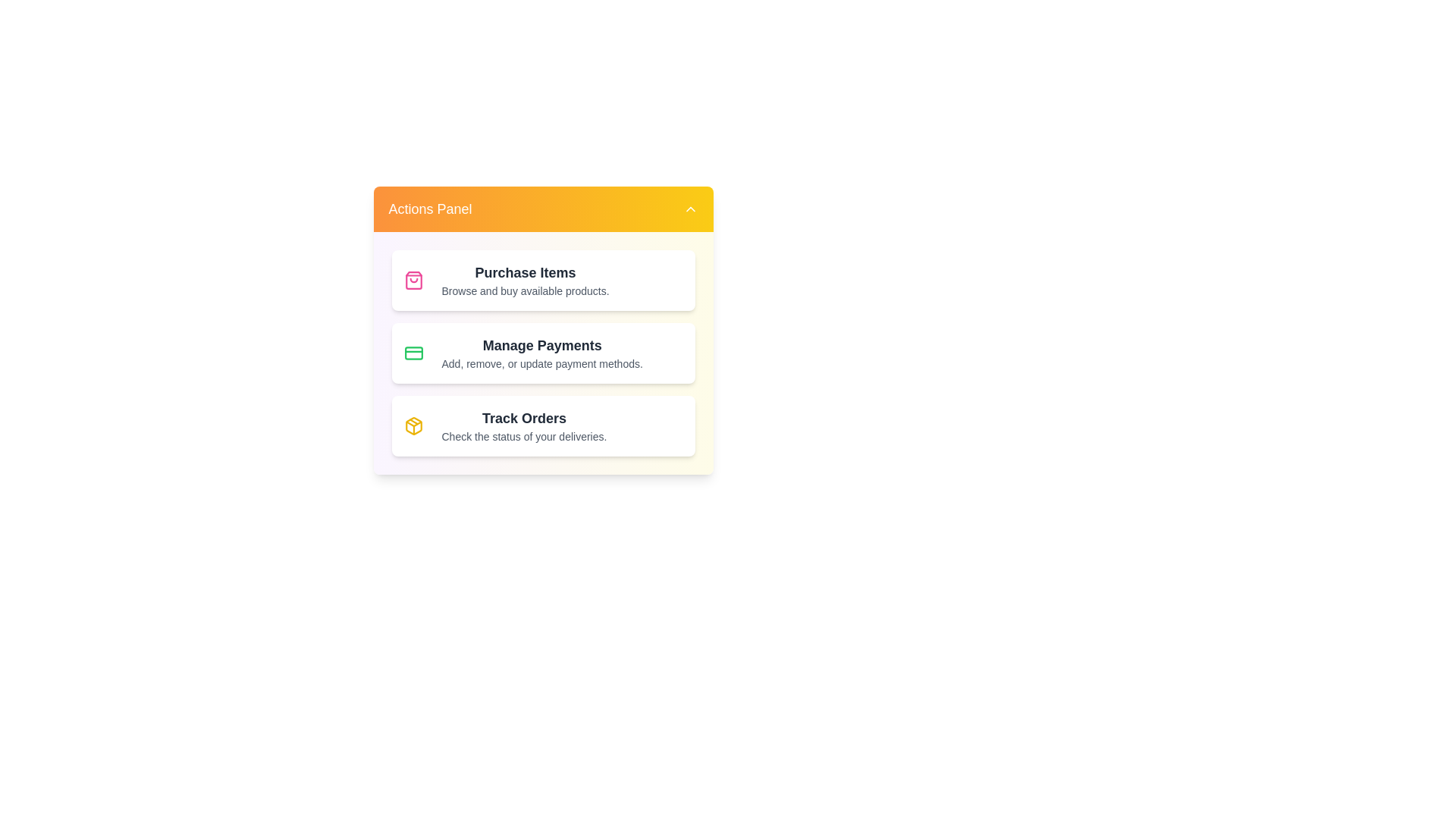 The width and height of the screenshot is (1456, 819). What do you see at coordinates (543, 426) in the screenshot?
I see `the Track Orders element to observe the hover effect` at bounding box center [543, 426].